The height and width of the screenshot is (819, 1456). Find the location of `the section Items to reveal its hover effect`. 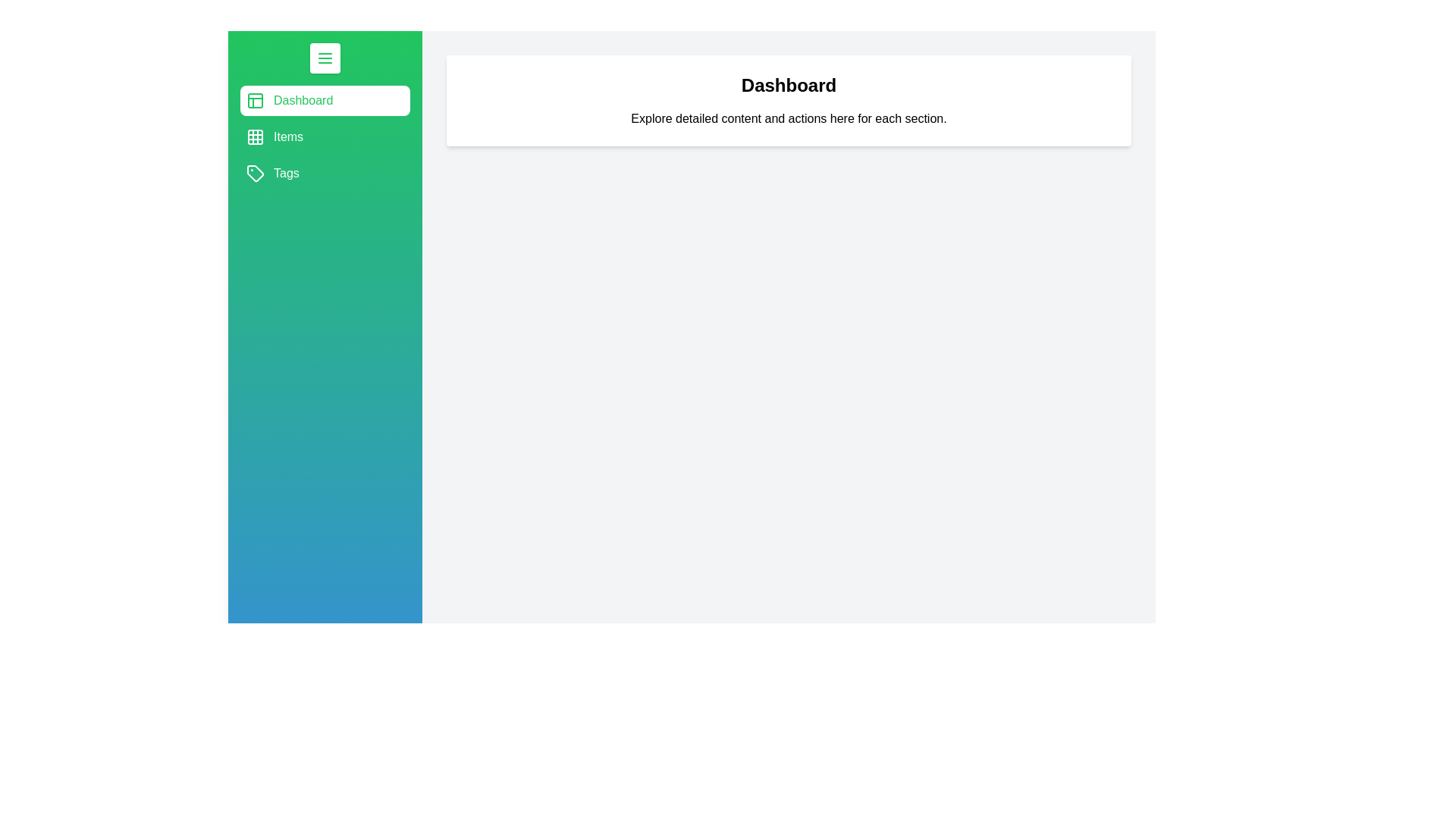

the section Items to reveal its hover effect is located at coordinates (324, 137).